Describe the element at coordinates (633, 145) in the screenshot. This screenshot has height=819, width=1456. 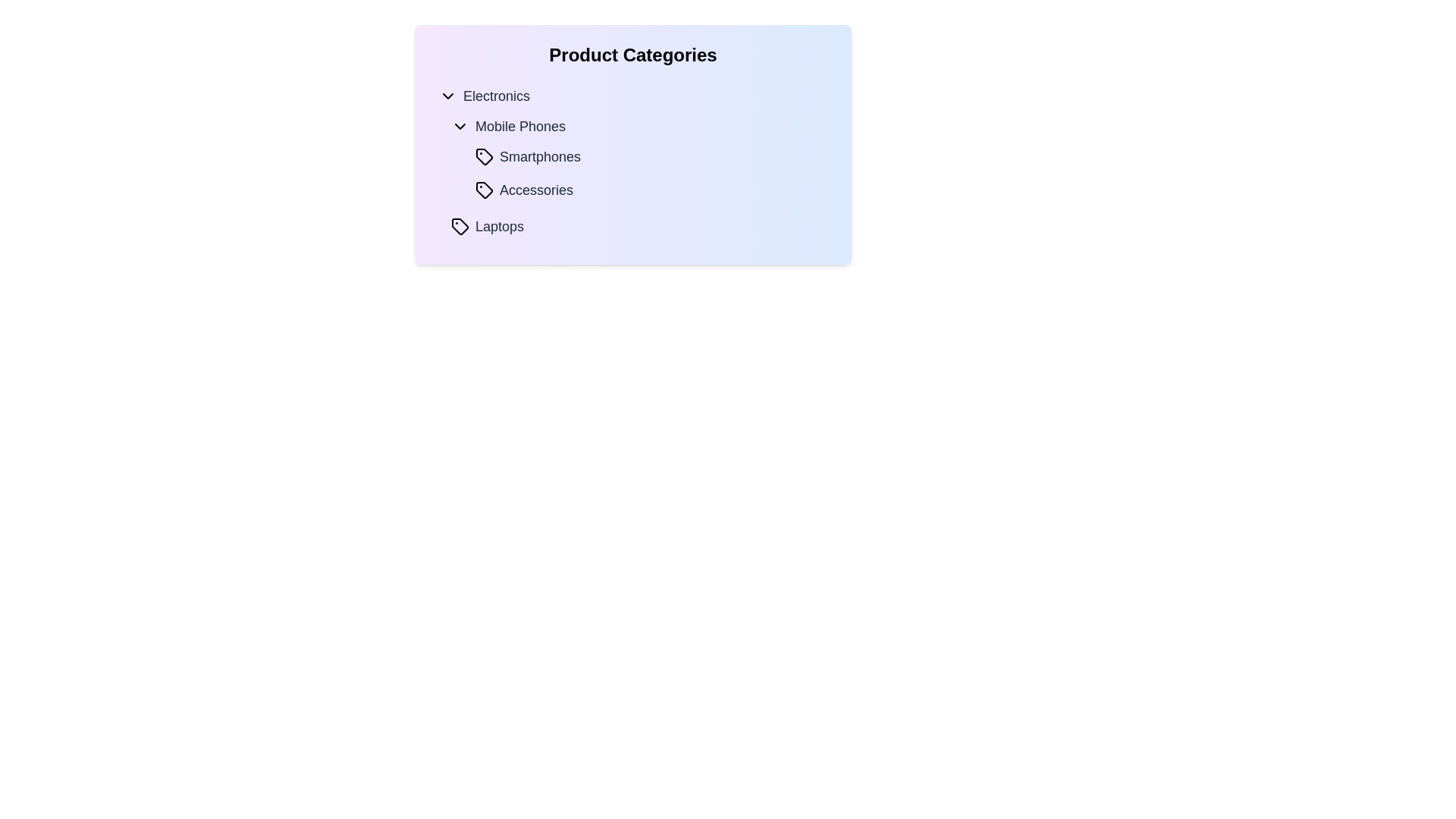
I see `a subcategory item within the 'Product Categories' menu component that is visually represented by a gradient background and includes category names like 'Electronics'` at that location.